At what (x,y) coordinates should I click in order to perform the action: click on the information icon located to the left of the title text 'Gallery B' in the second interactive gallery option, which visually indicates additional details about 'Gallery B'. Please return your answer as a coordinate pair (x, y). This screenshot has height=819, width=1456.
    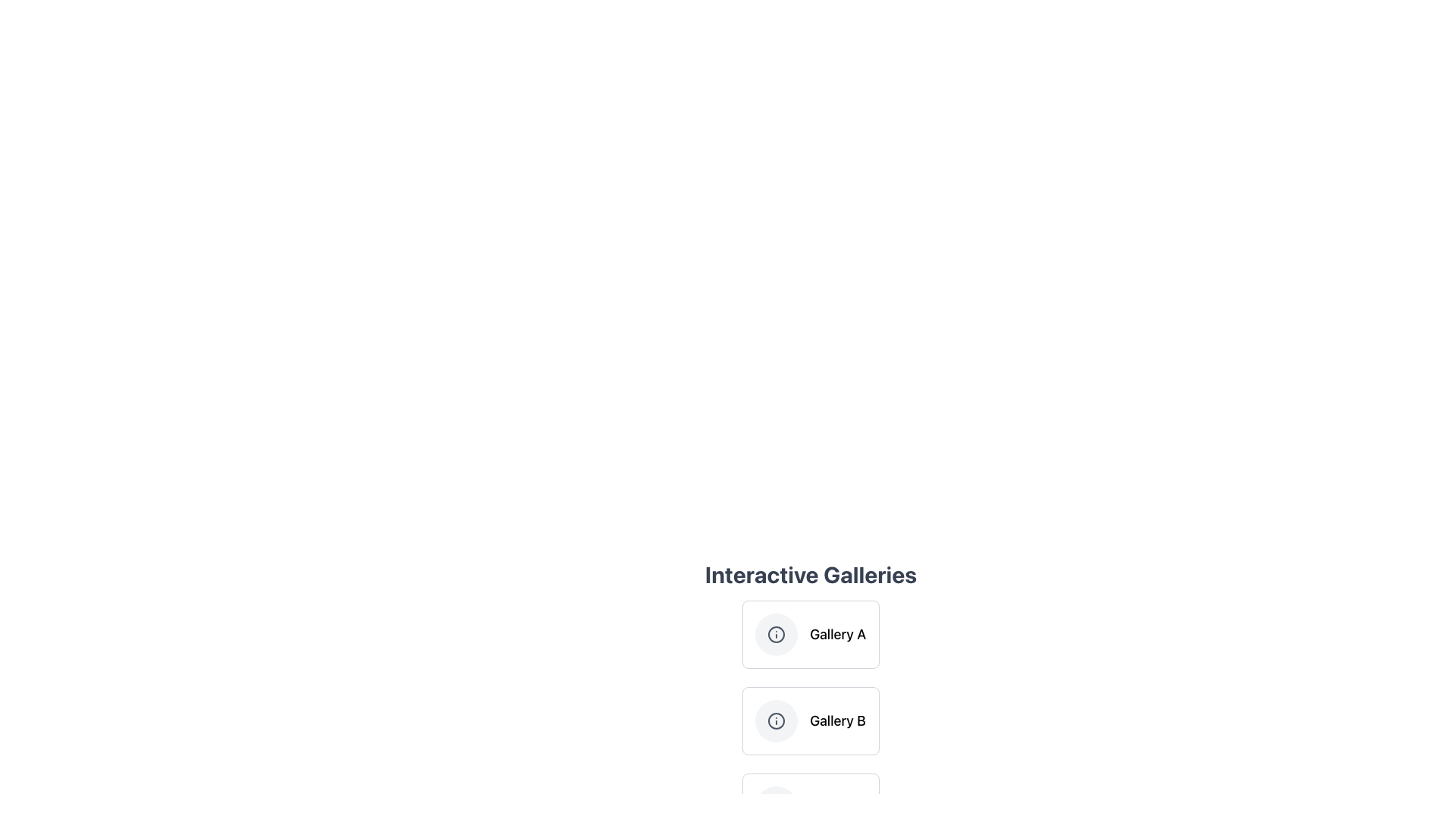
    Looking at the image, I should click on (777, 720).